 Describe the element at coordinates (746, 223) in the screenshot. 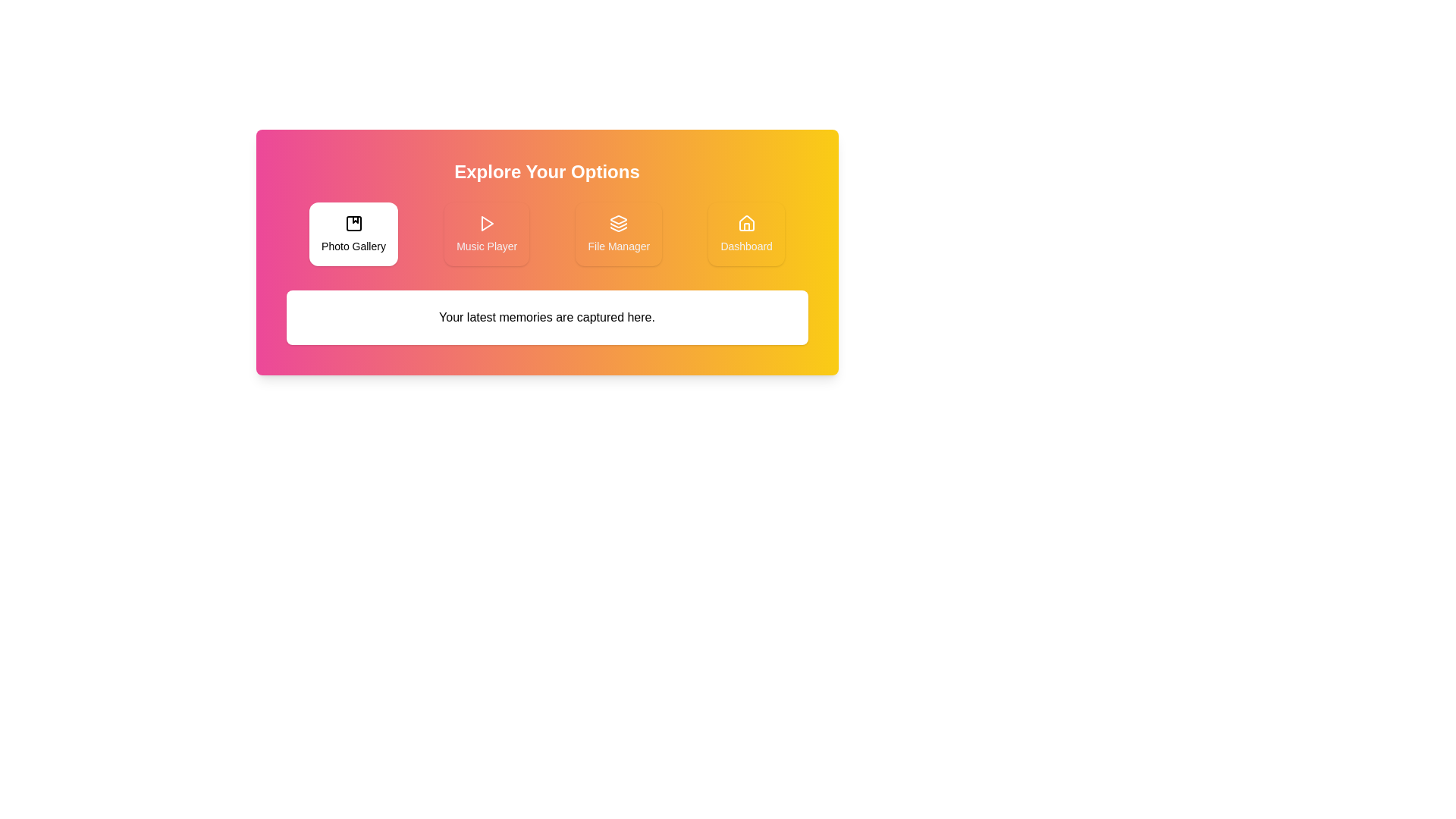

I see `the 'Dashboard' icon located on the rightmost side among the four options in the interface for informative purposes` at that location.